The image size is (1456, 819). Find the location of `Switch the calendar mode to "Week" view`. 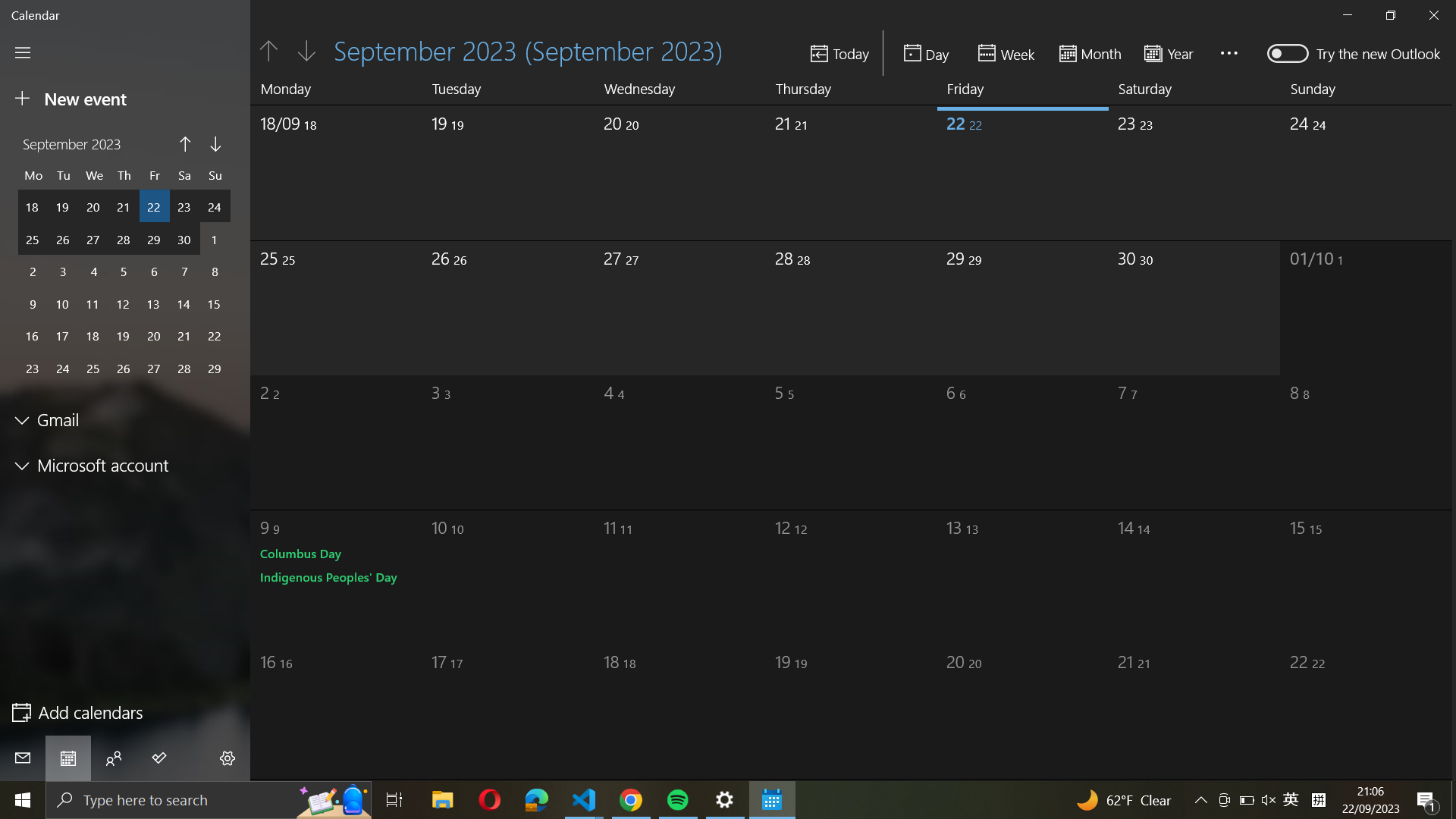

Switch the calendar mode to "Week" view is located at coordinates (1008, 52).